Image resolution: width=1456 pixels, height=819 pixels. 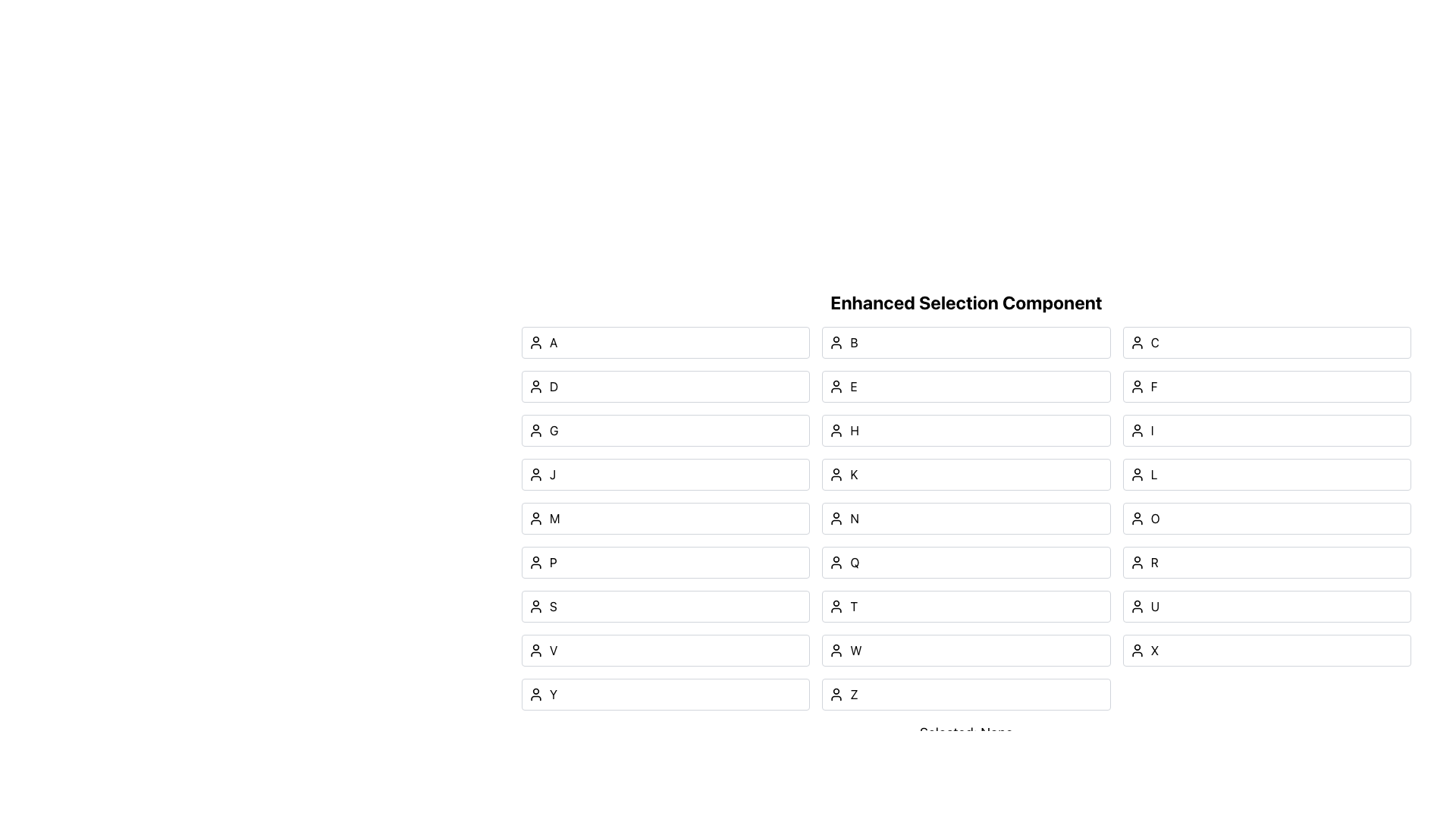 I want to click on the user icon located in the bottom-right corner of the third column, which is a simple line style icon with a circular head and semi-circular body, next to the letter 'X', so click(x=1137, y=649).